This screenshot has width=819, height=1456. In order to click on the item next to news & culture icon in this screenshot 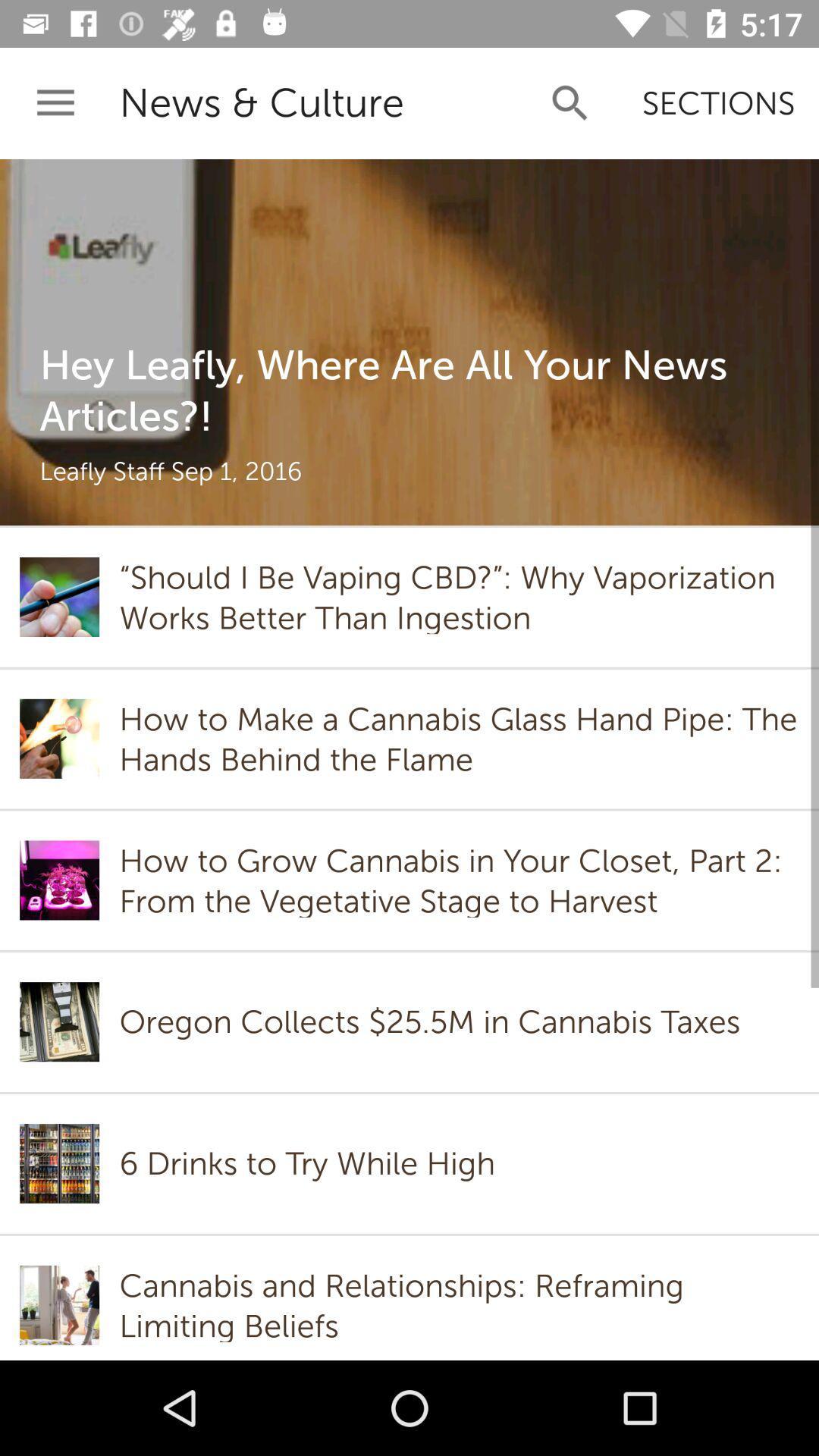, I will do `click(55, 102)`.